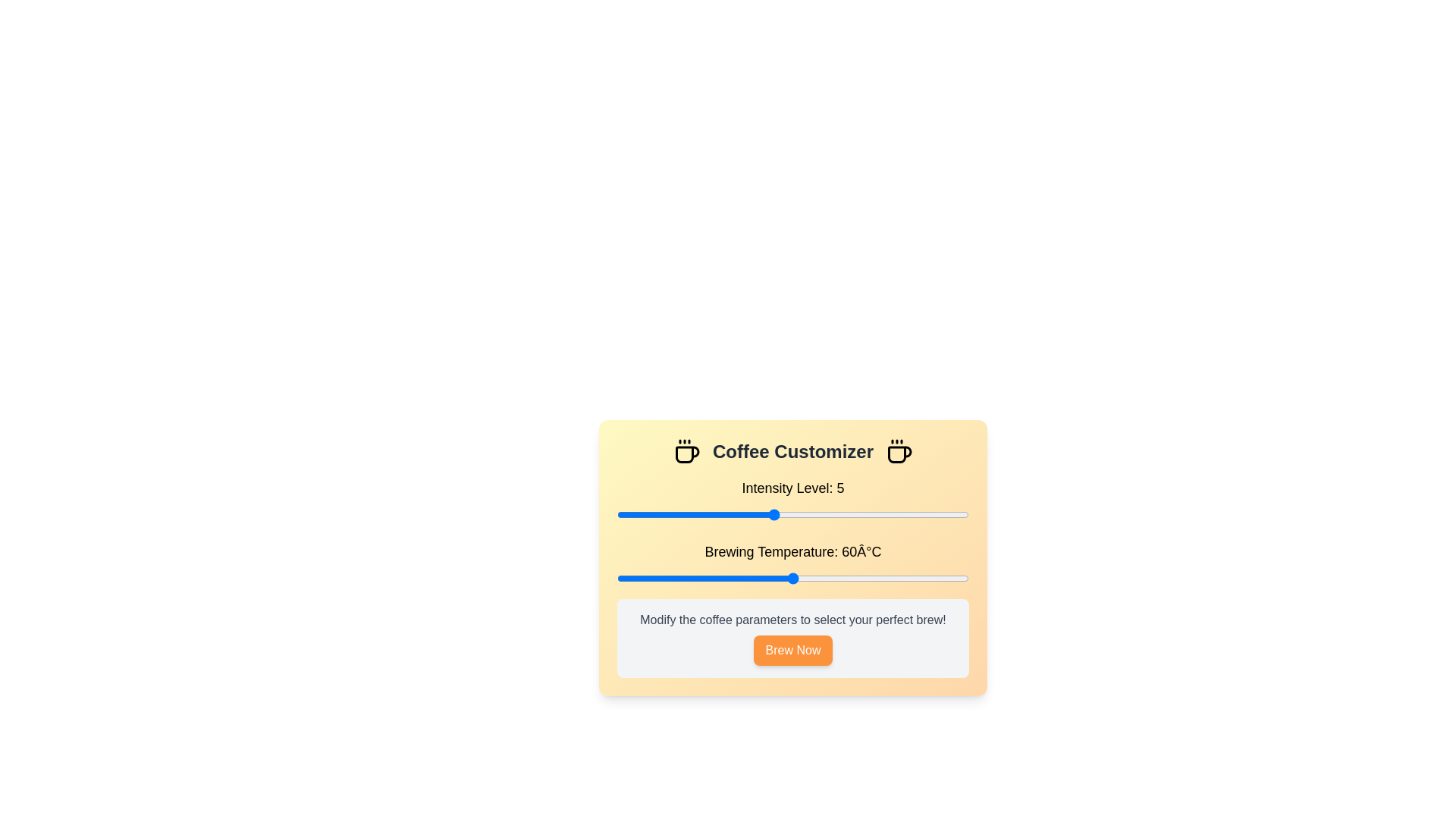  I want to click on the coffee intensity level to 2 by interacting with the slider, so click(656, 513).